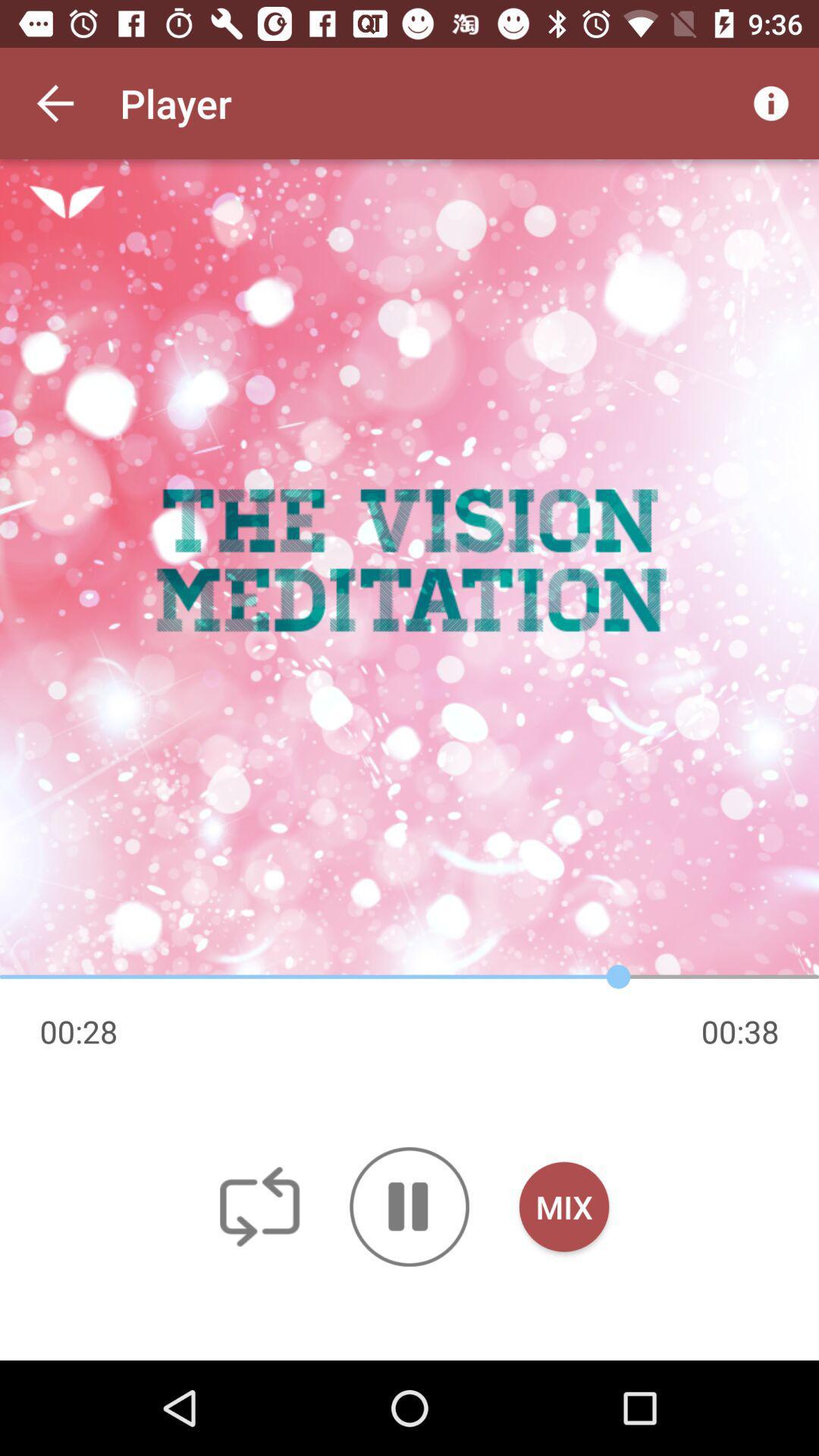 This screenshot has width=819, height=1456. I want to click on the mix icon, so click(564, 1206).